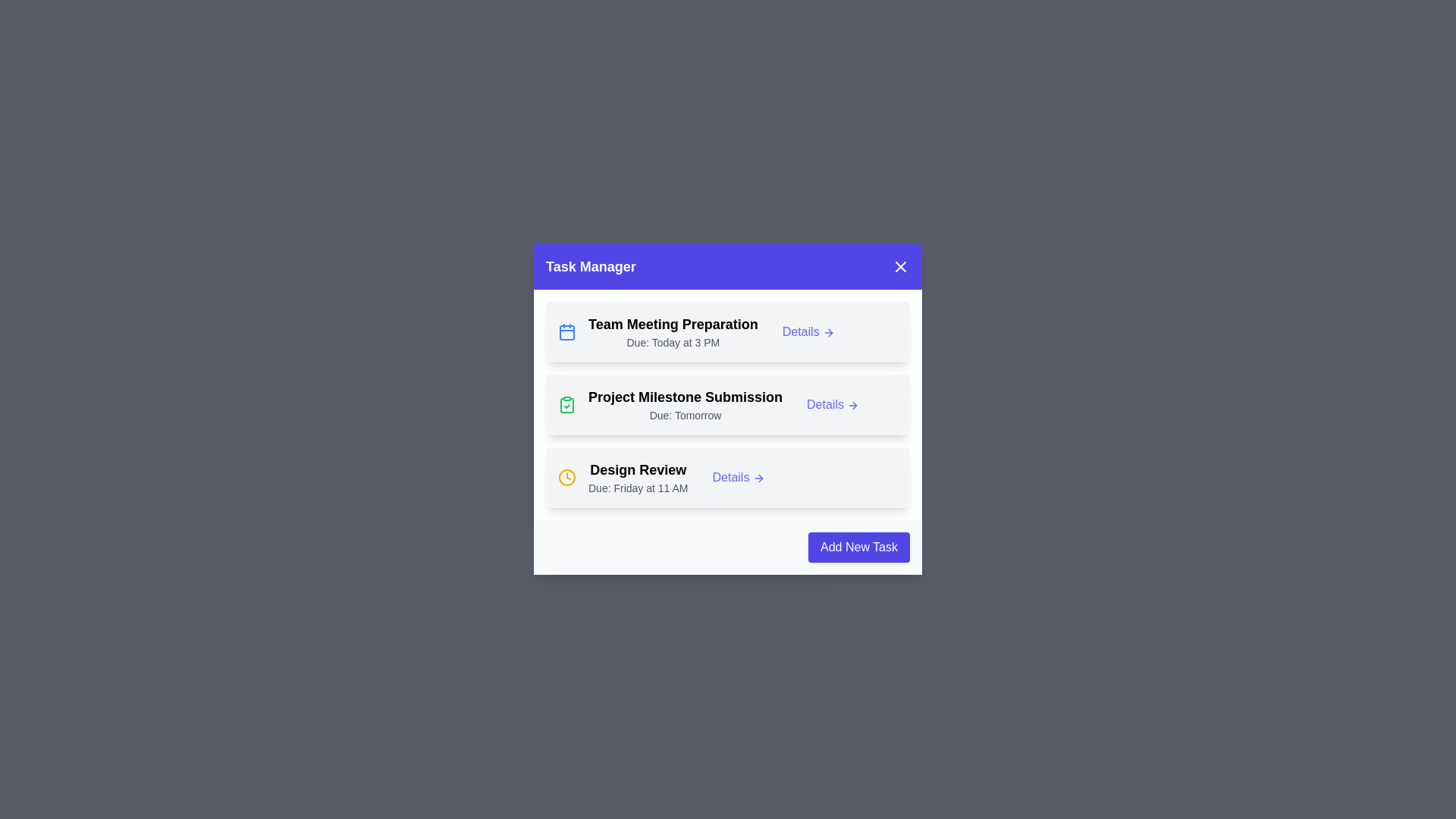 This screenshot has height=819, width=1456. Describe the element at coordinates (672, 331) in the screenshot. I see `text displayed in the 'Task Manager' interface, specifically the bold heading 'Team Meeting Preparation' and the subtext 'Due: Today at 3 PM'` at that location.